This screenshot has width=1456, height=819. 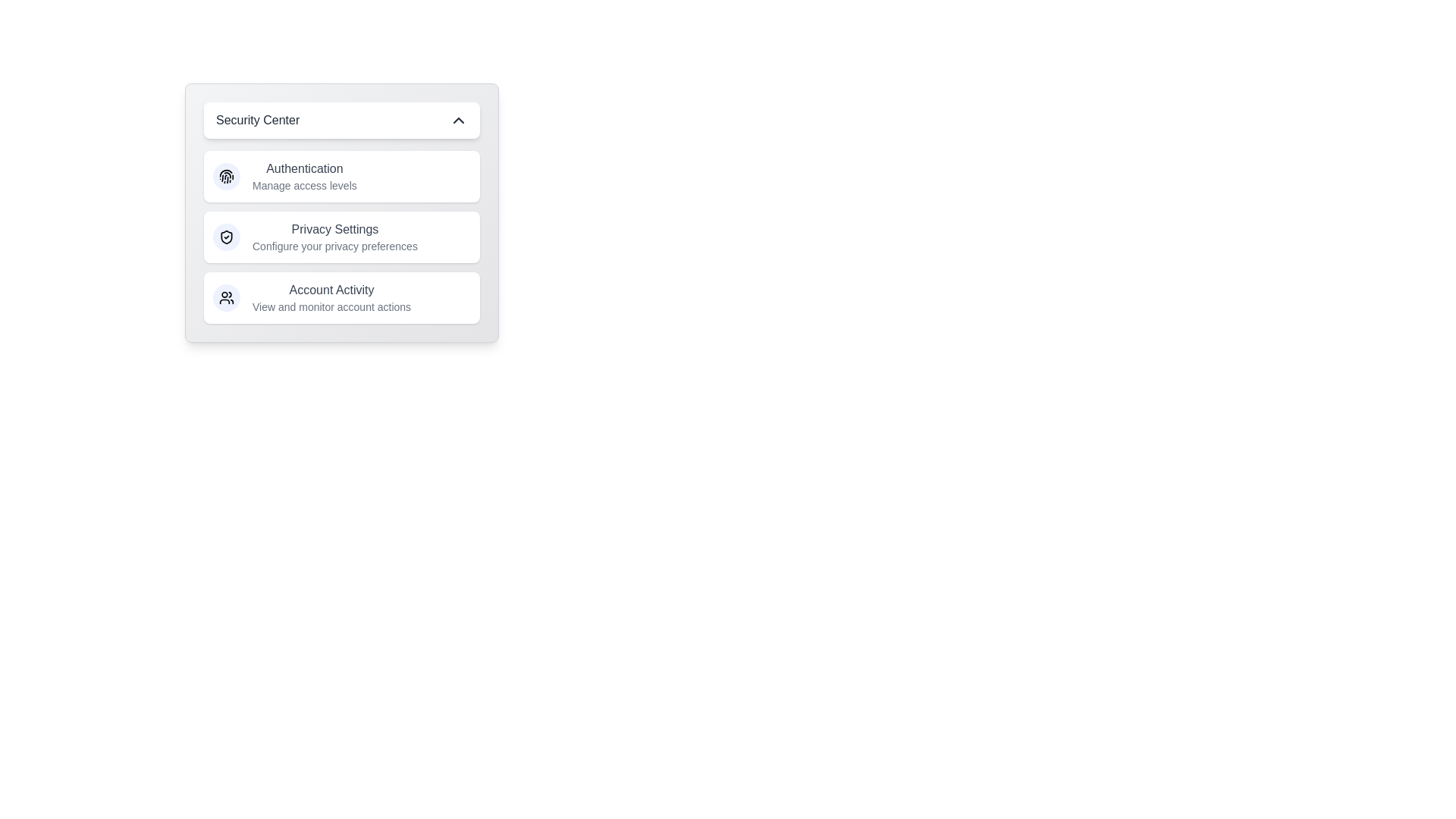 What do you see at coordinates (341, 237) in the screenshot?
I see `the menu item corresponding to Privacy Settings` at bounding box center [341, 237].